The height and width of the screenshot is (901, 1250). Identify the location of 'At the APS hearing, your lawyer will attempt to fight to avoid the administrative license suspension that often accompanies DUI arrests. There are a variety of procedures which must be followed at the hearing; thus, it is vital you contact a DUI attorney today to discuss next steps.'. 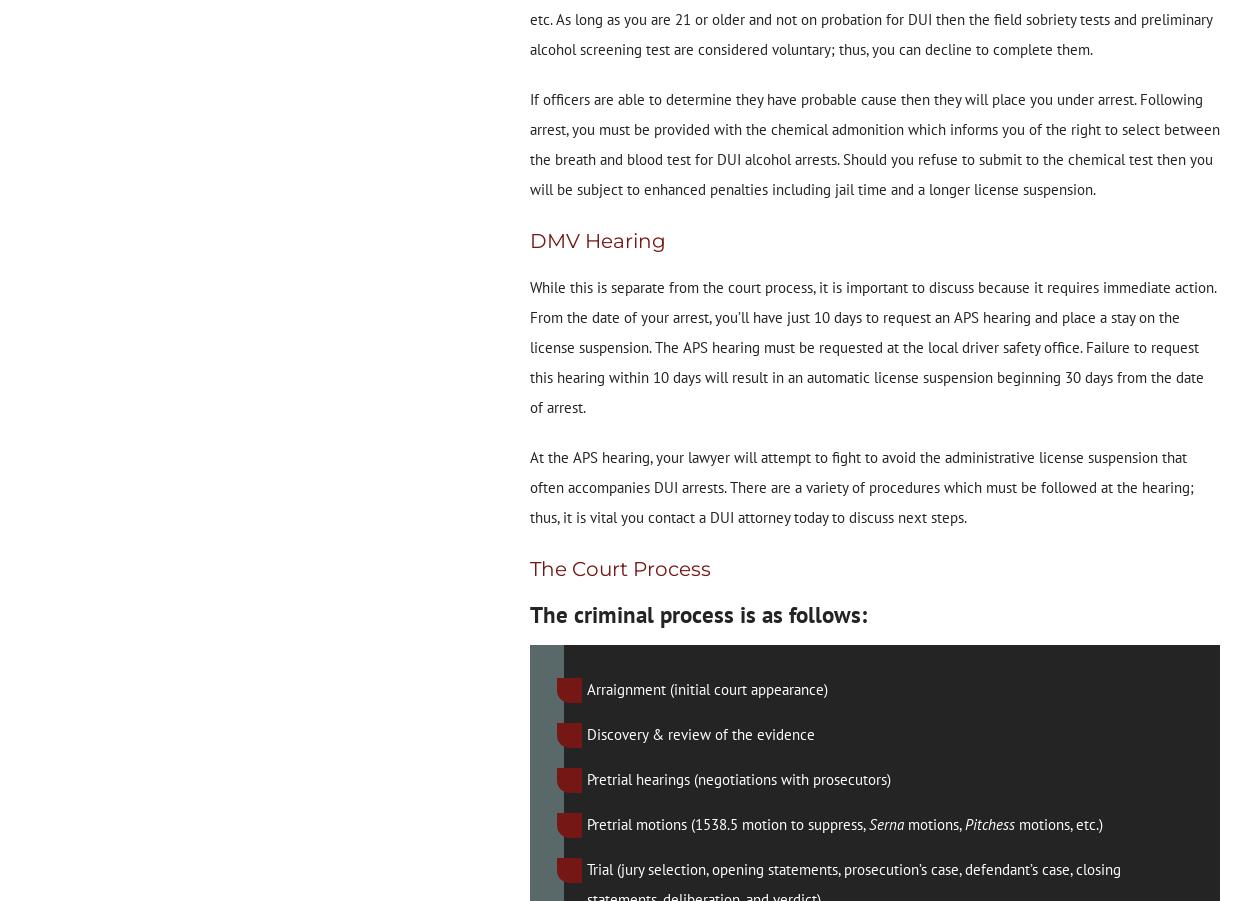
(529, 486).